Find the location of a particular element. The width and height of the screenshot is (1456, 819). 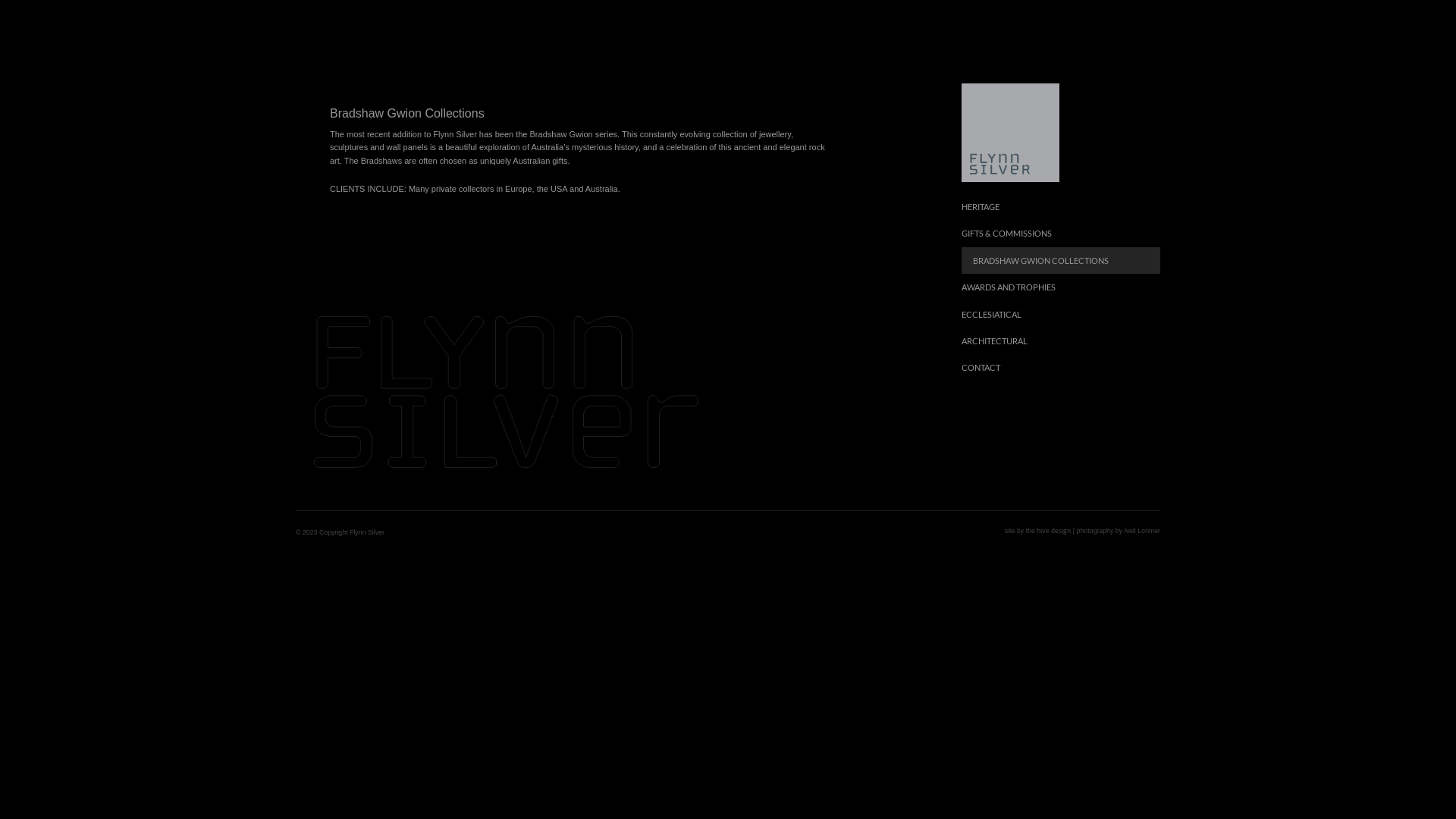

'HERITAGE' is located at coordinates (1060, 206).